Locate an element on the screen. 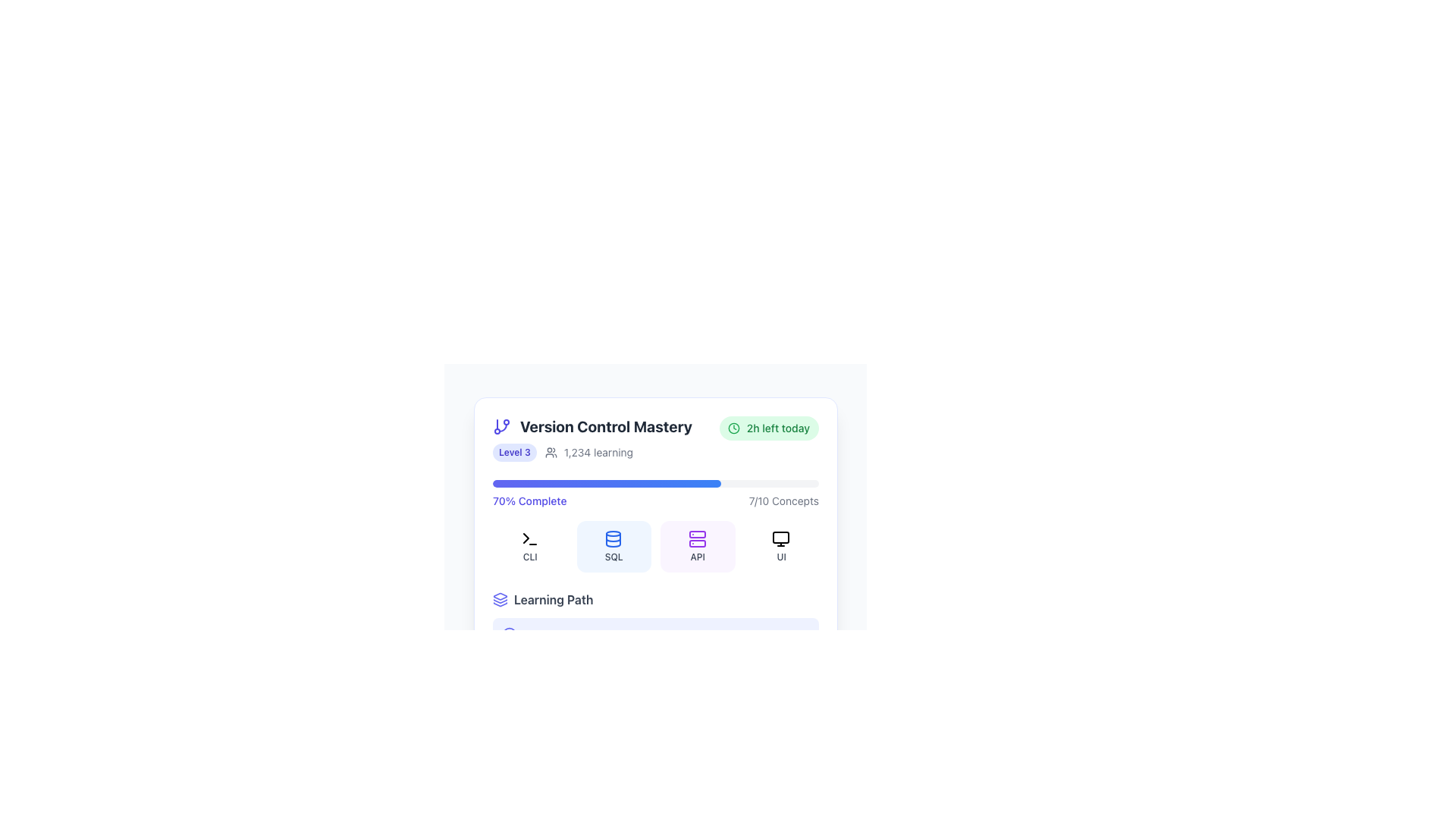  the blue database icon, which is the second icon from the left in a row of technical concept icons, located beneath the progress indicator of the 'Version Control Mastery' card is located at coordinates (613, 539).